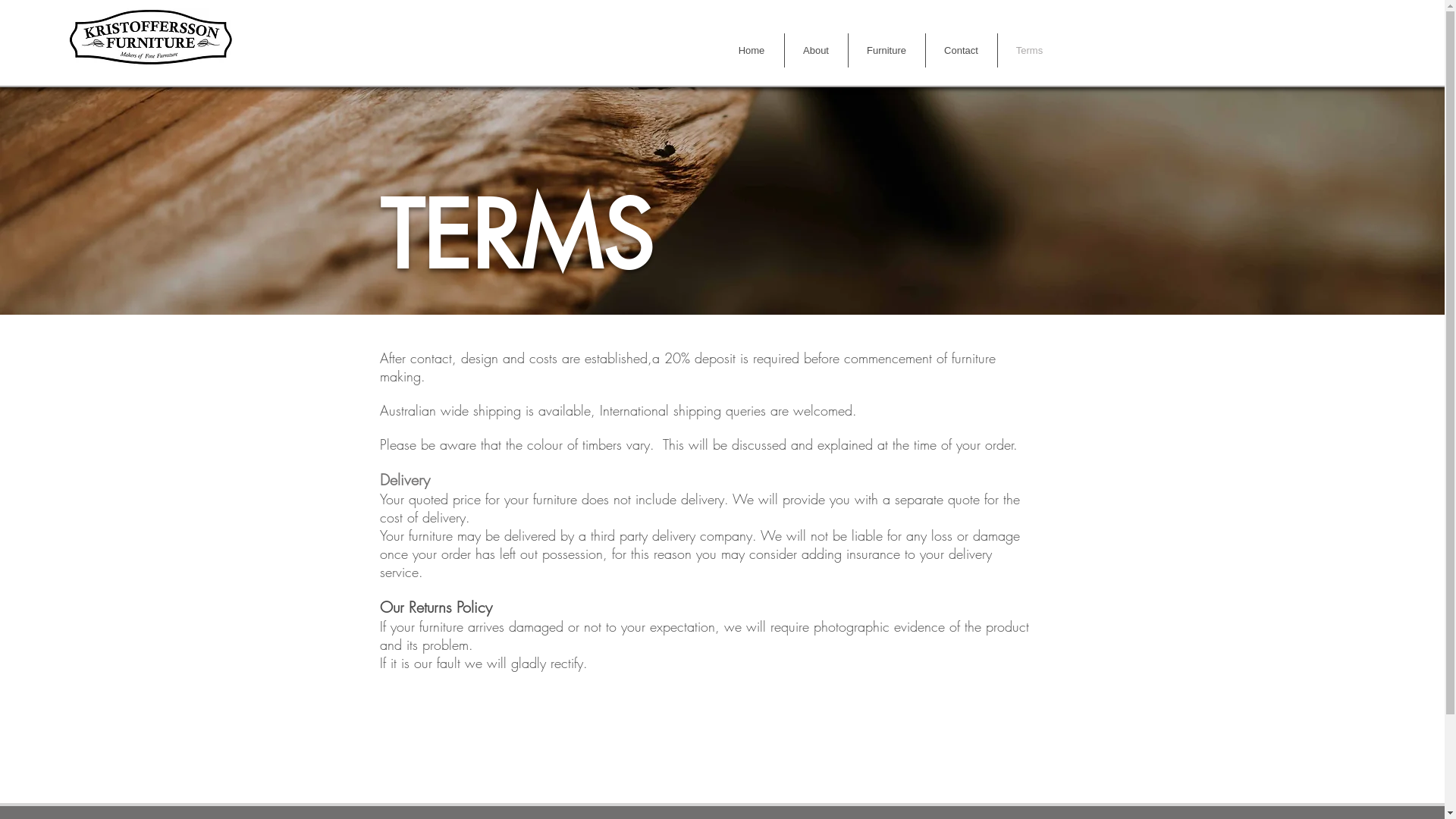  What do you see at coordinates (1030, 49) in the screenshot?
I see `'Terms'` at bounding box center [1030, 49].